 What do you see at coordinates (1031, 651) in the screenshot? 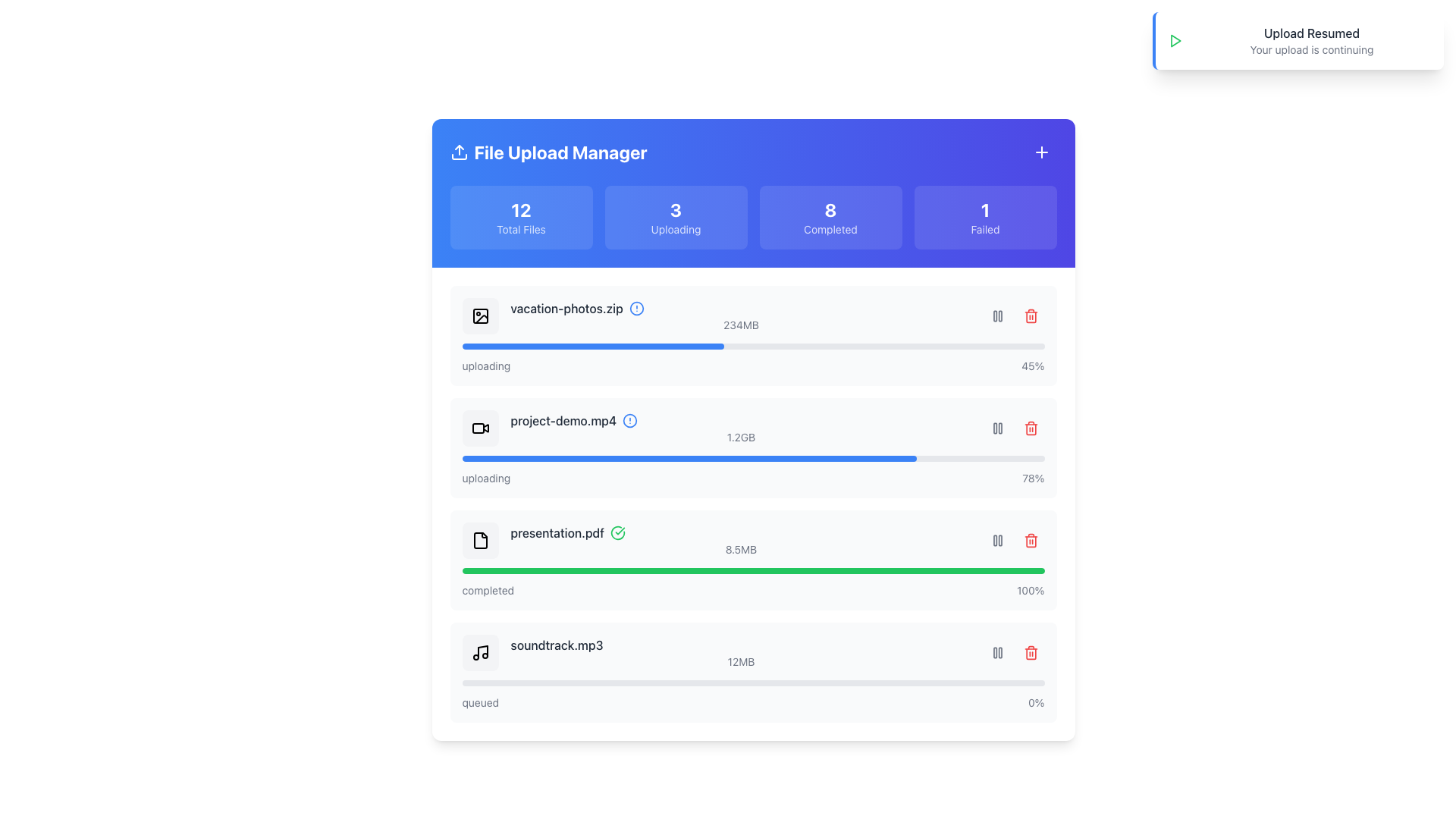
I see `the delete button icon at the end of the progress bar for the file labeled 'soundtrack.mp3' in the File Upload Manager interface` at bounding box center [1031, 651].